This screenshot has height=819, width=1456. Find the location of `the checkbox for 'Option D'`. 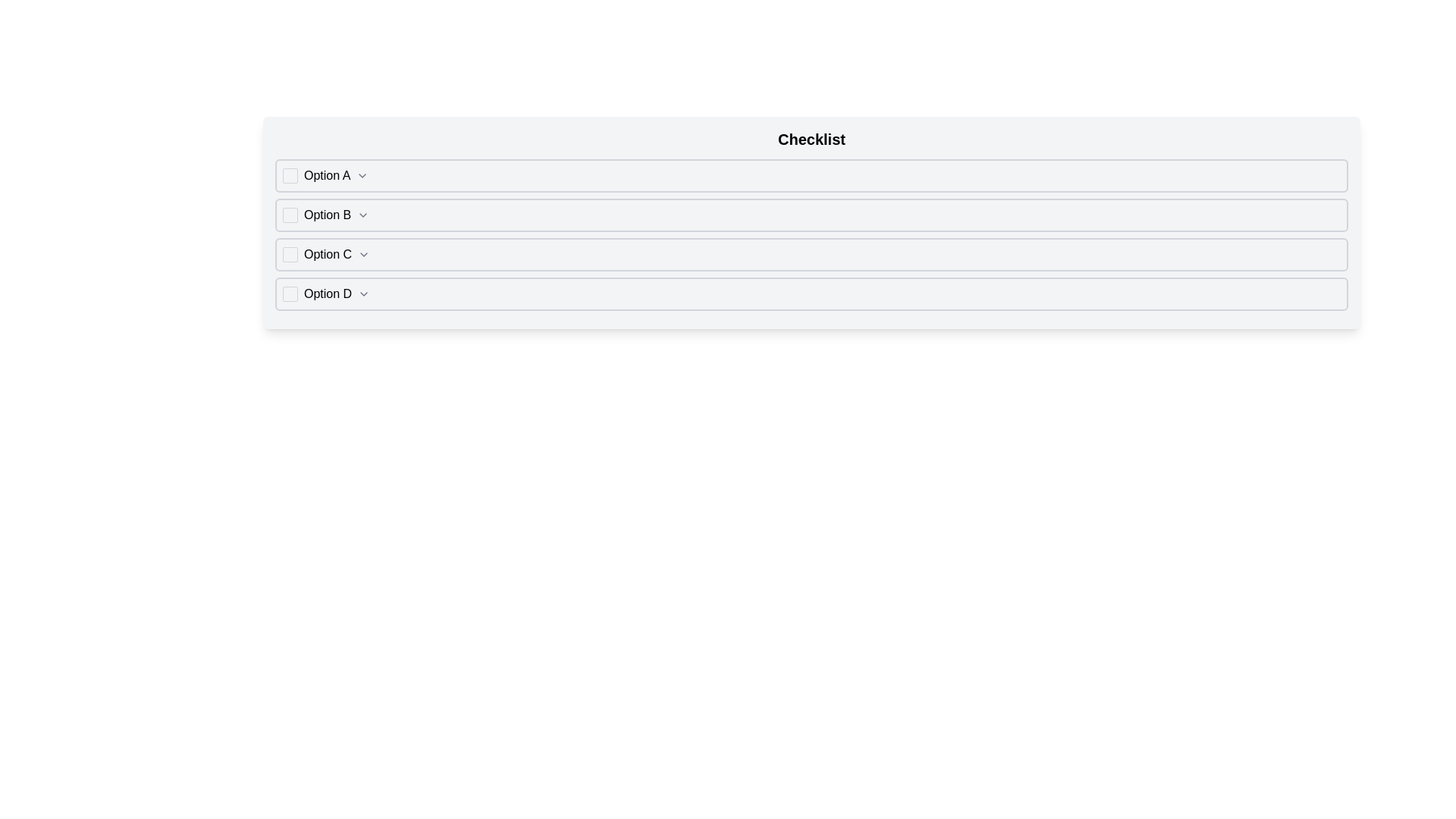

the checkbox for 'Option D' is located at coordinates (290, 294).